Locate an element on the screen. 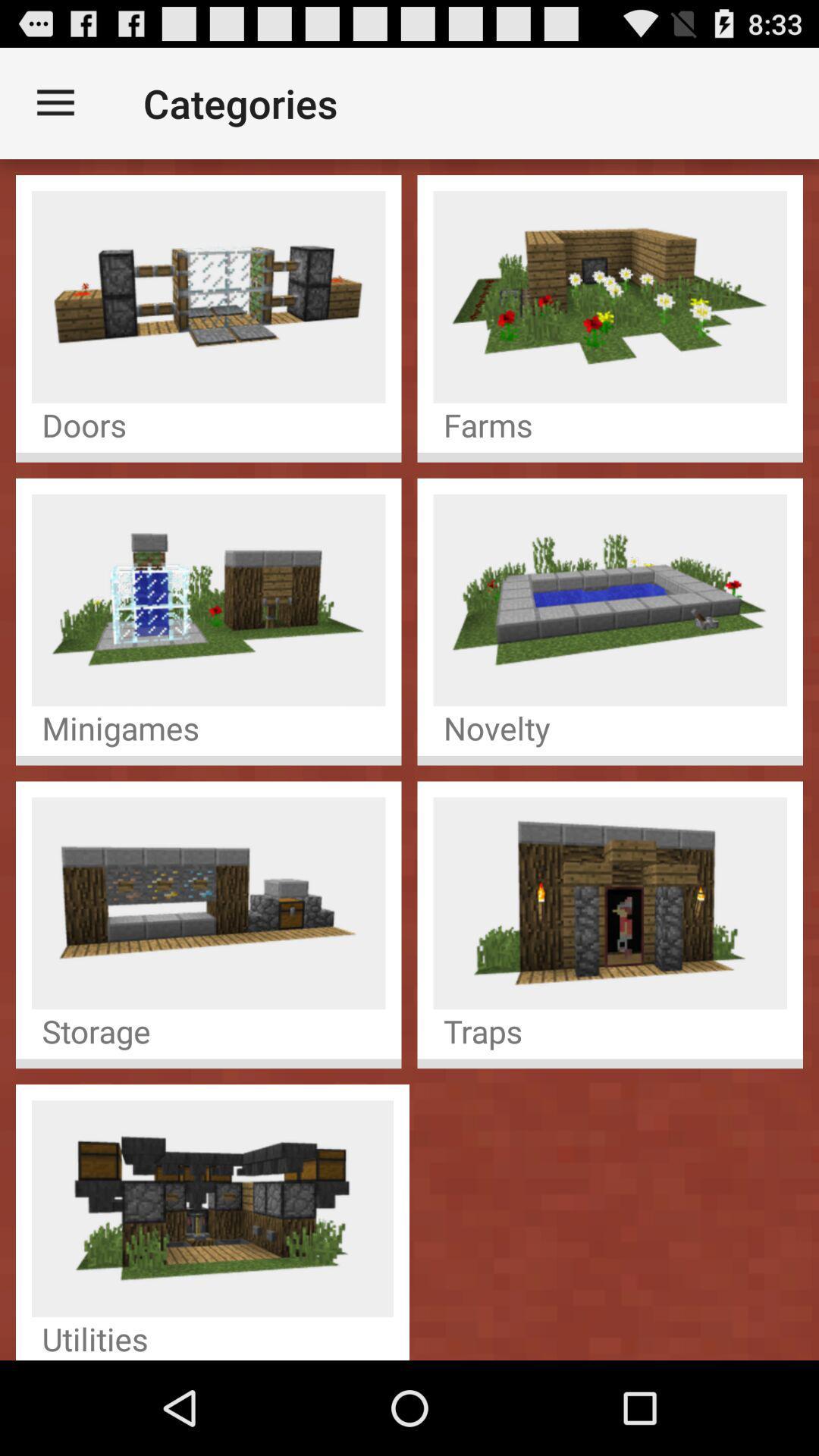  item next to the categories is located at coordinates (55, 102).